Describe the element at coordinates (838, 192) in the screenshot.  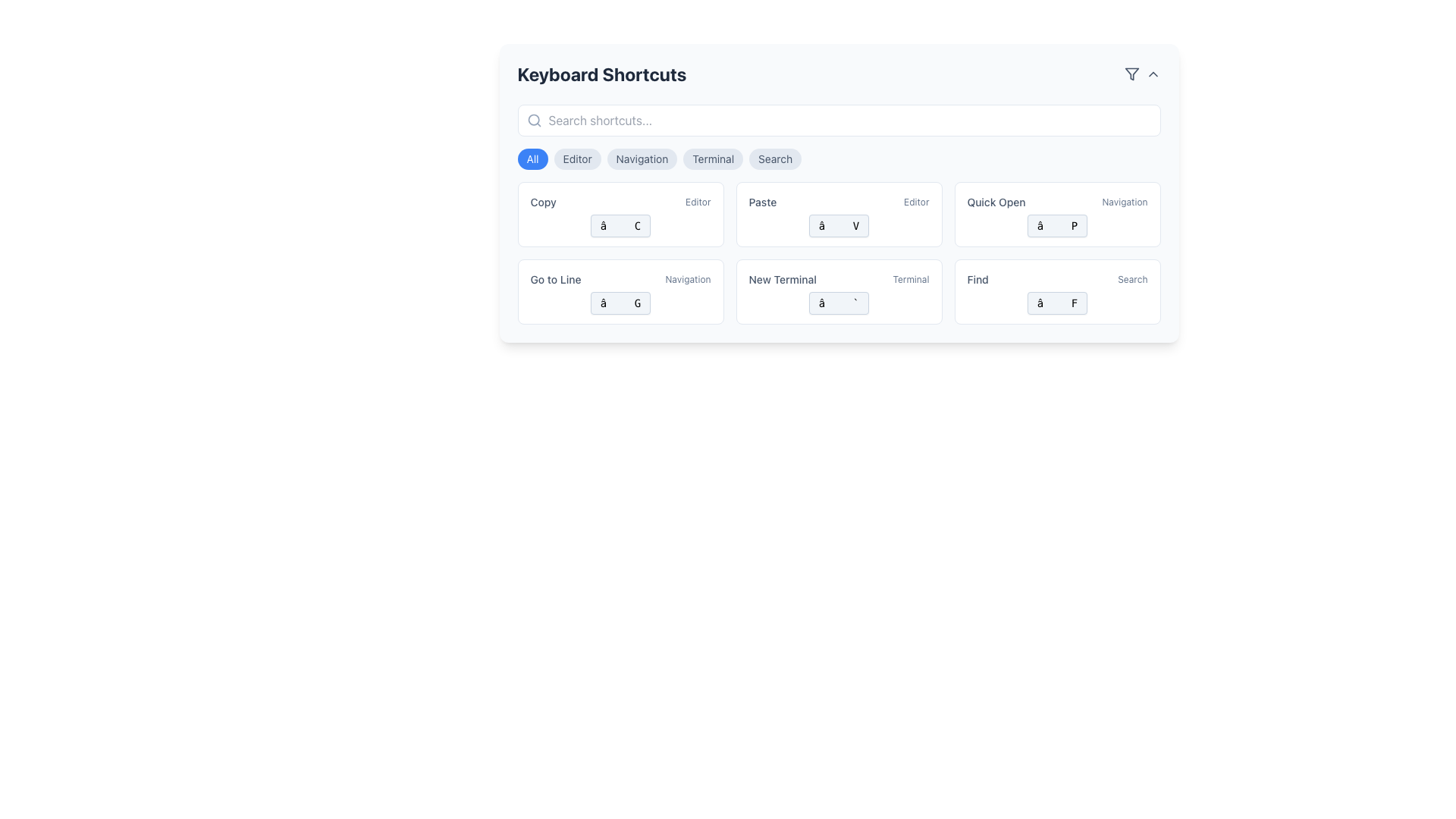
I see `the informational card displaying 'Paste' and 'Editor' with the button labeled '⌘ V', located in the second column of the first row of a card grid` at that location.